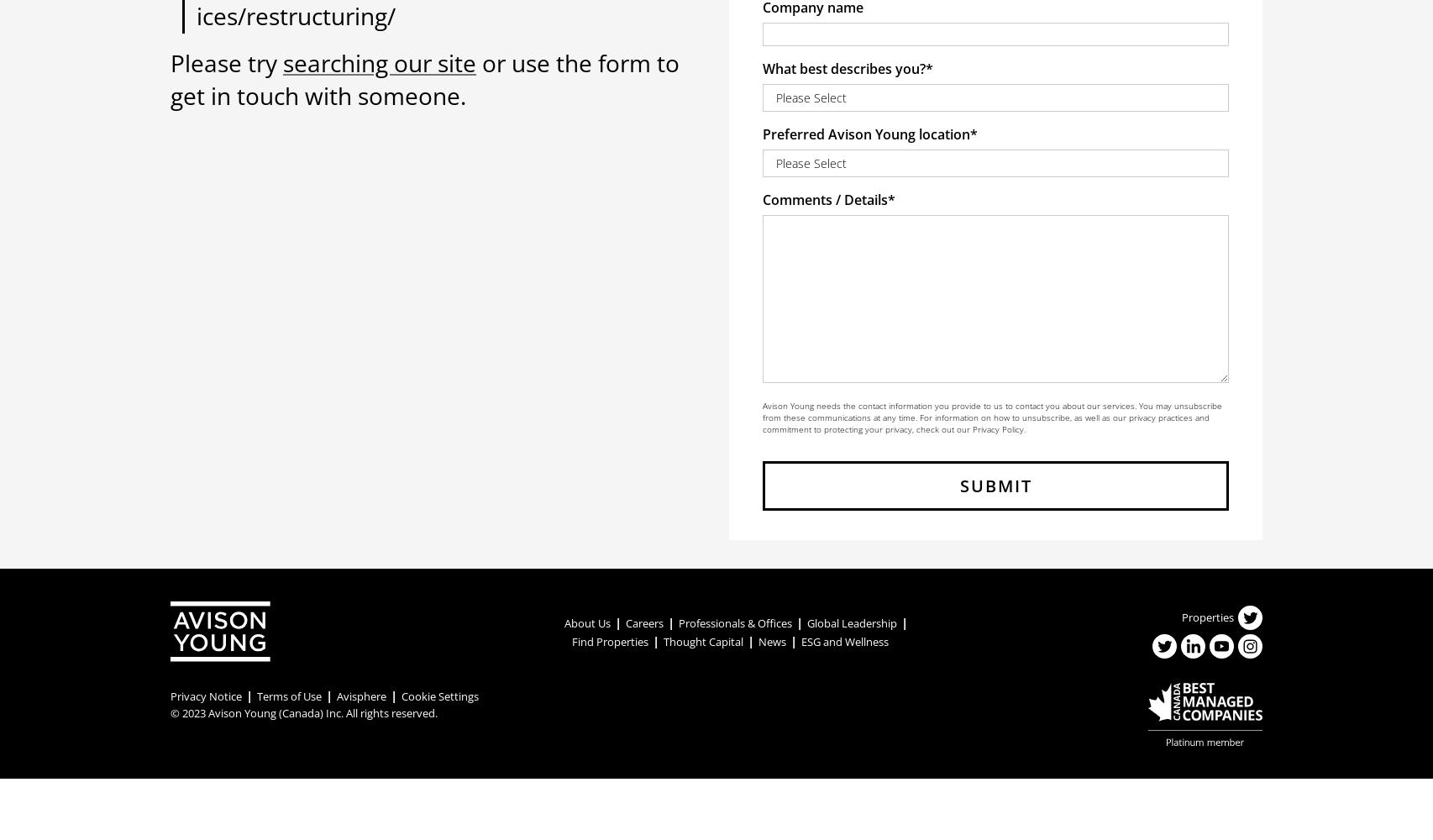 The width and height of the screenshot is (1433, 840). What do you see at coordinates (851, 622) in the screenshot?
I see `'Global Leadership'` at bounding box center [851, 622].